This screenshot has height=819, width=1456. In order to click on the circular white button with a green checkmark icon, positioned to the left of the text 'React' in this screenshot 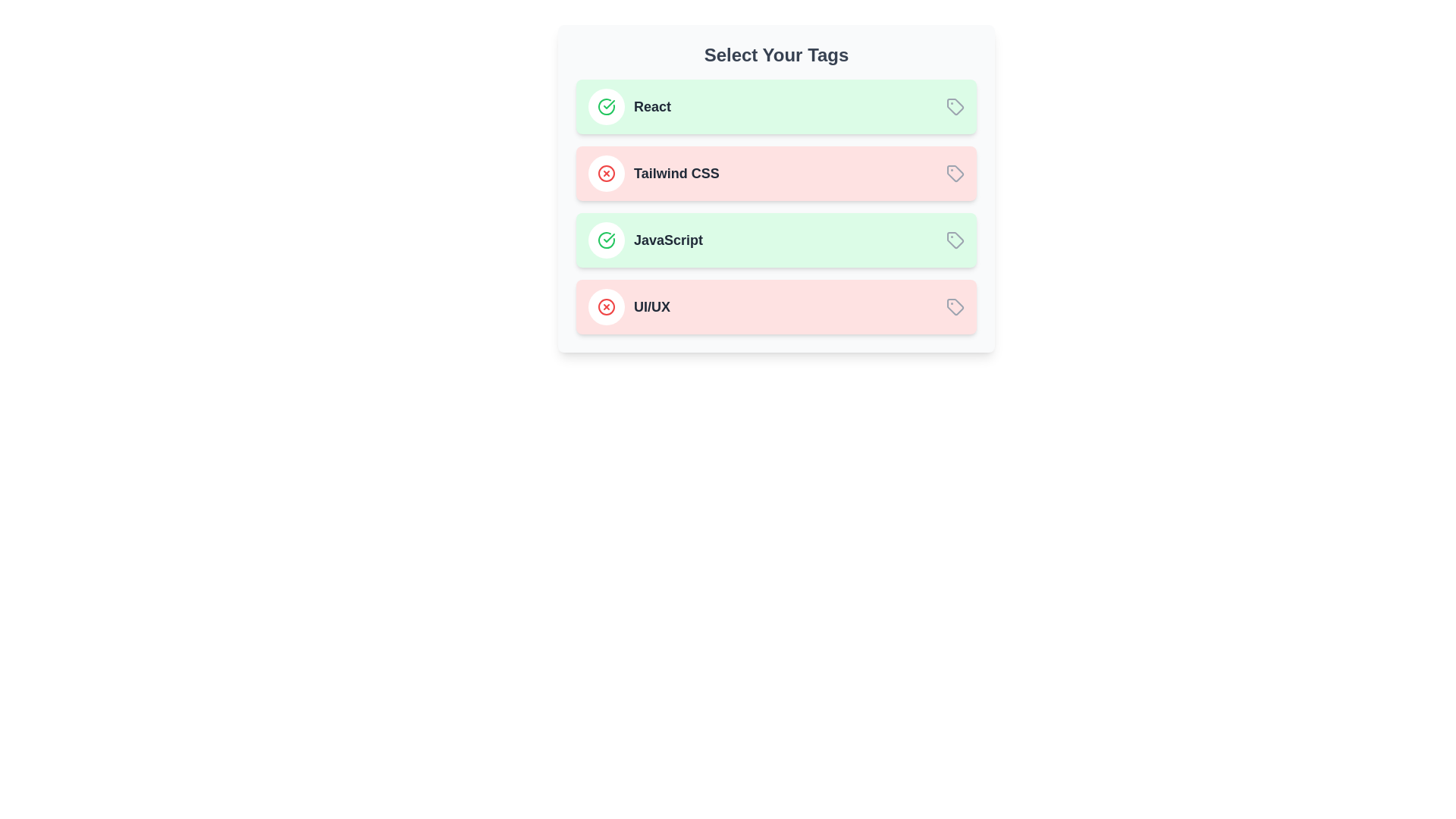, I will do `click(607, 106)`.